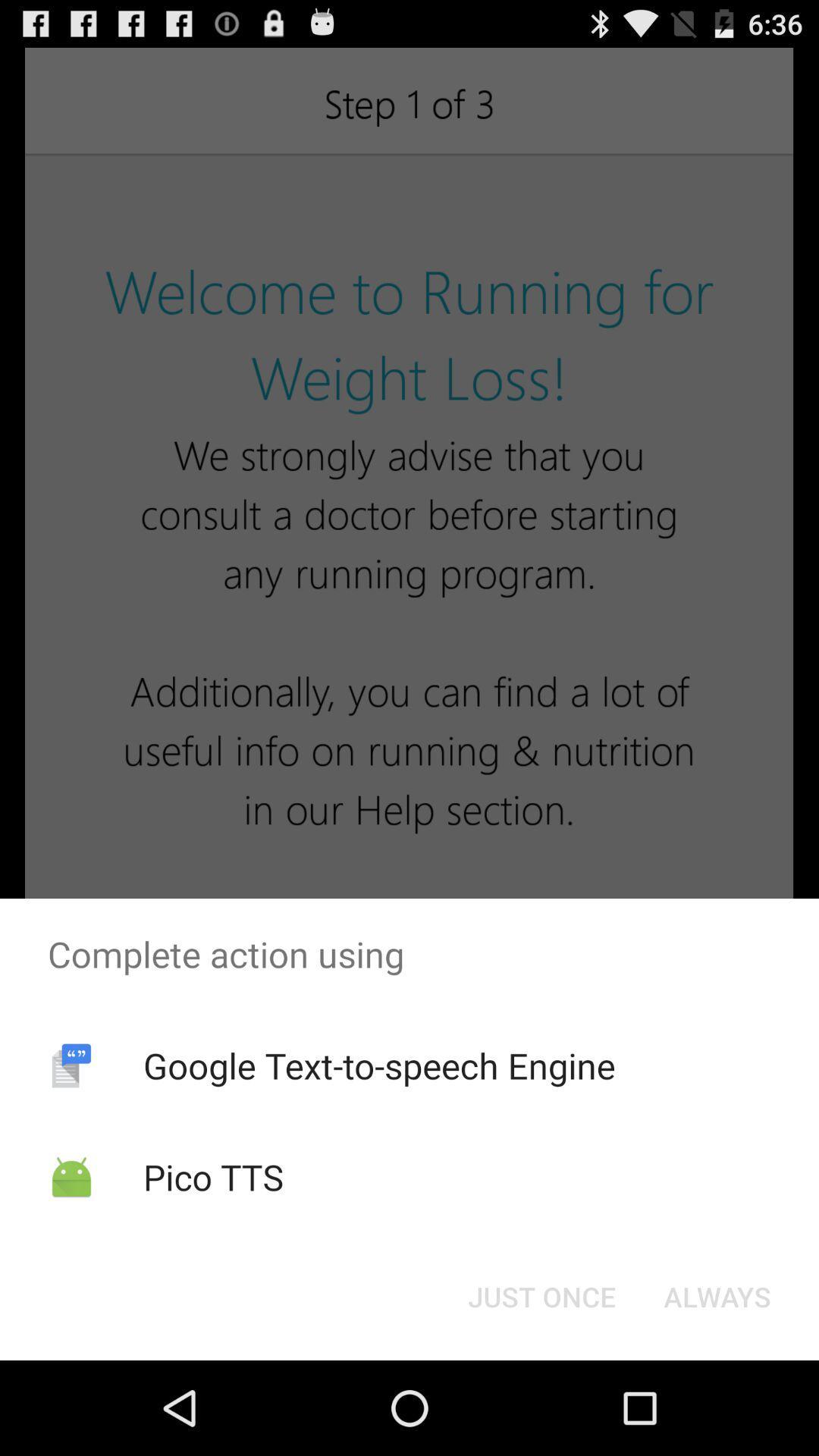  Describe the element at coordinates (541, 1295) in the screenshot. I see `the just once icon` at that location.